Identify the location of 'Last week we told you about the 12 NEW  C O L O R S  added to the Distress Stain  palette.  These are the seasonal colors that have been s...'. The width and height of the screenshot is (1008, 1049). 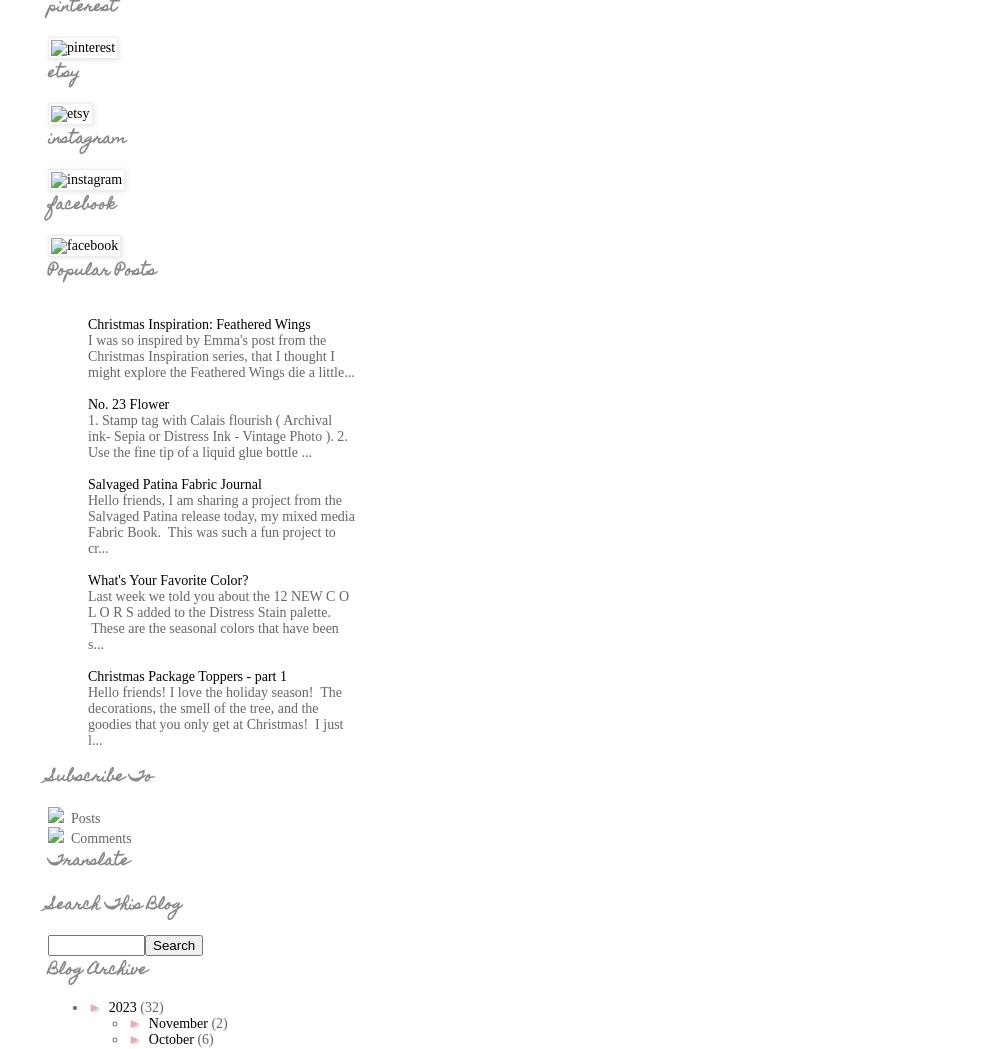
(218, 620).